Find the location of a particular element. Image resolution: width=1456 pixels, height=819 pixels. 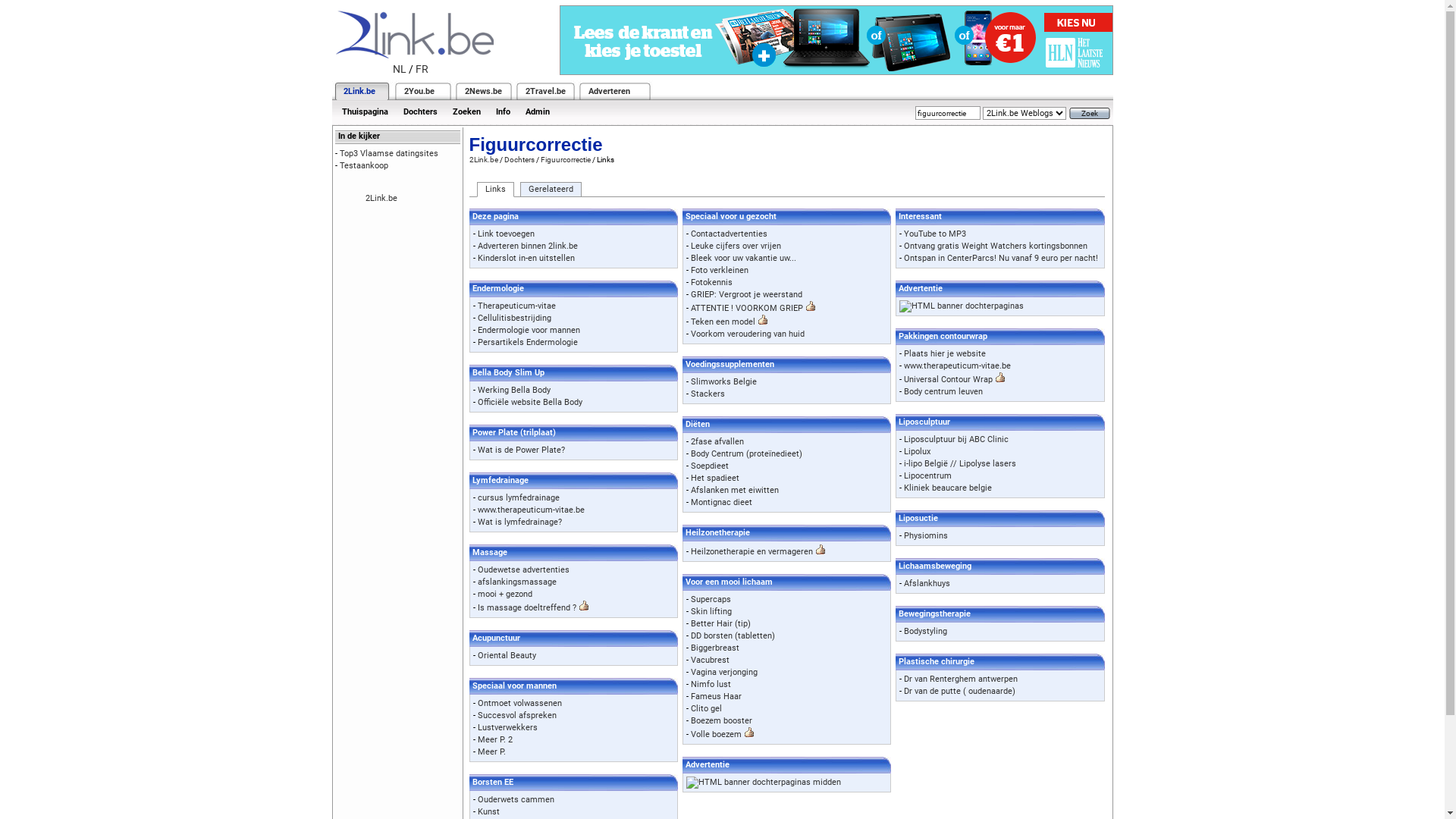

'Ontmoet volwassenen' is located at coordinates (519, 703).